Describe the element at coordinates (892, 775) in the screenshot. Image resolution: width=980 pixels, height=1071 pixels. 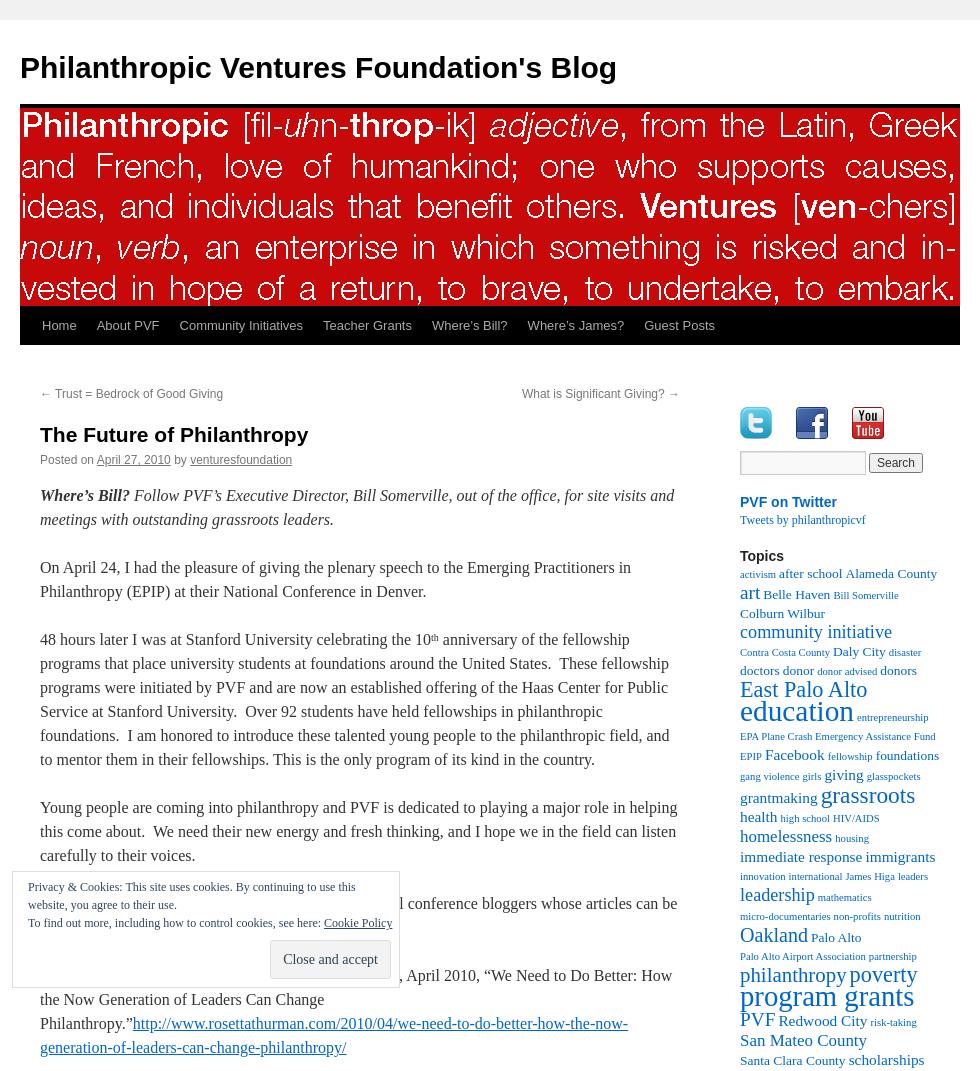
I see `'glasspockets'` at that location.